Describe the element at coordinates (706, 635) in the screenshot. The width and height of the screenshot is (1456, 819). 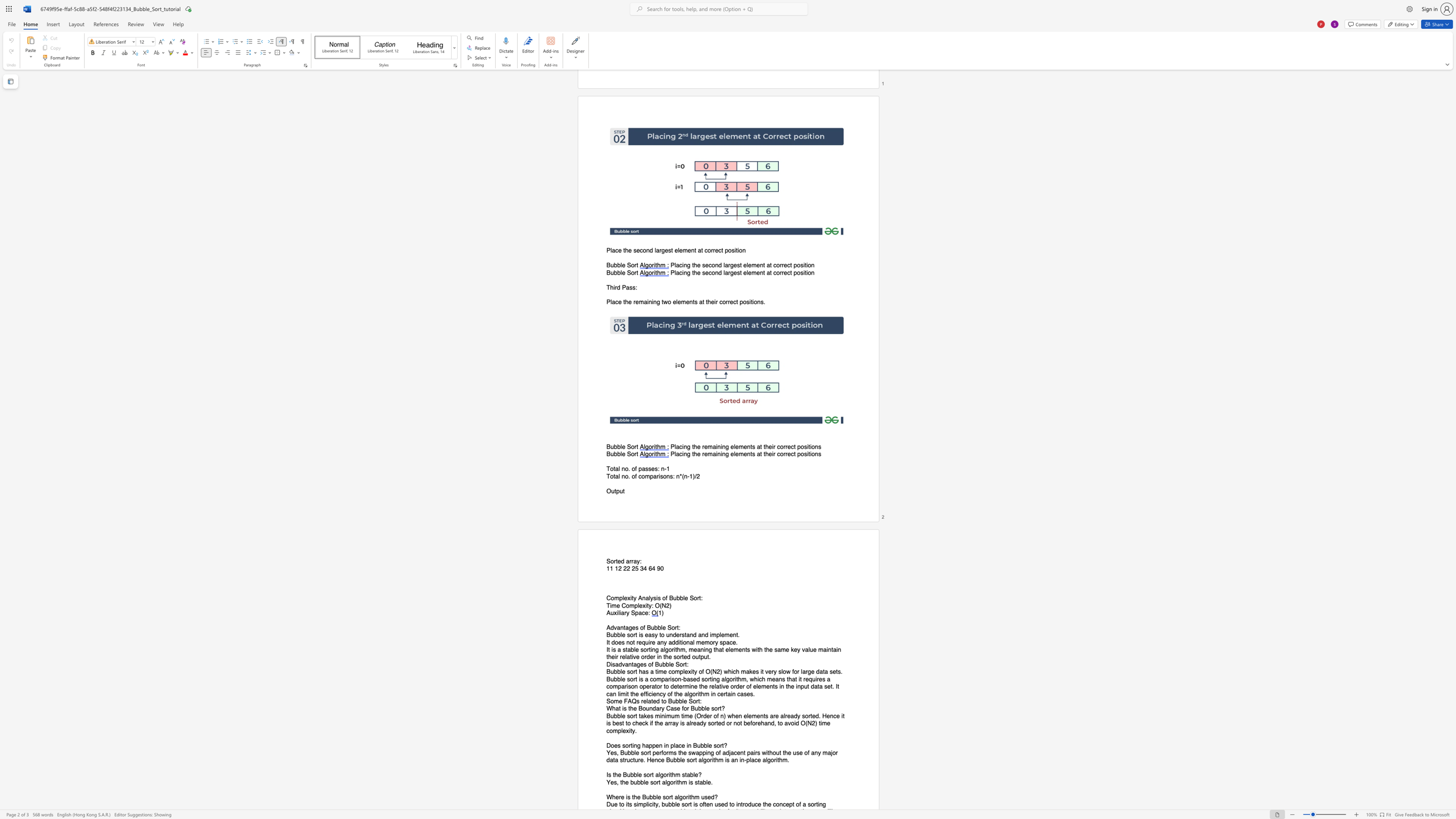
I see `the 3th character "d" in the text` at that location.